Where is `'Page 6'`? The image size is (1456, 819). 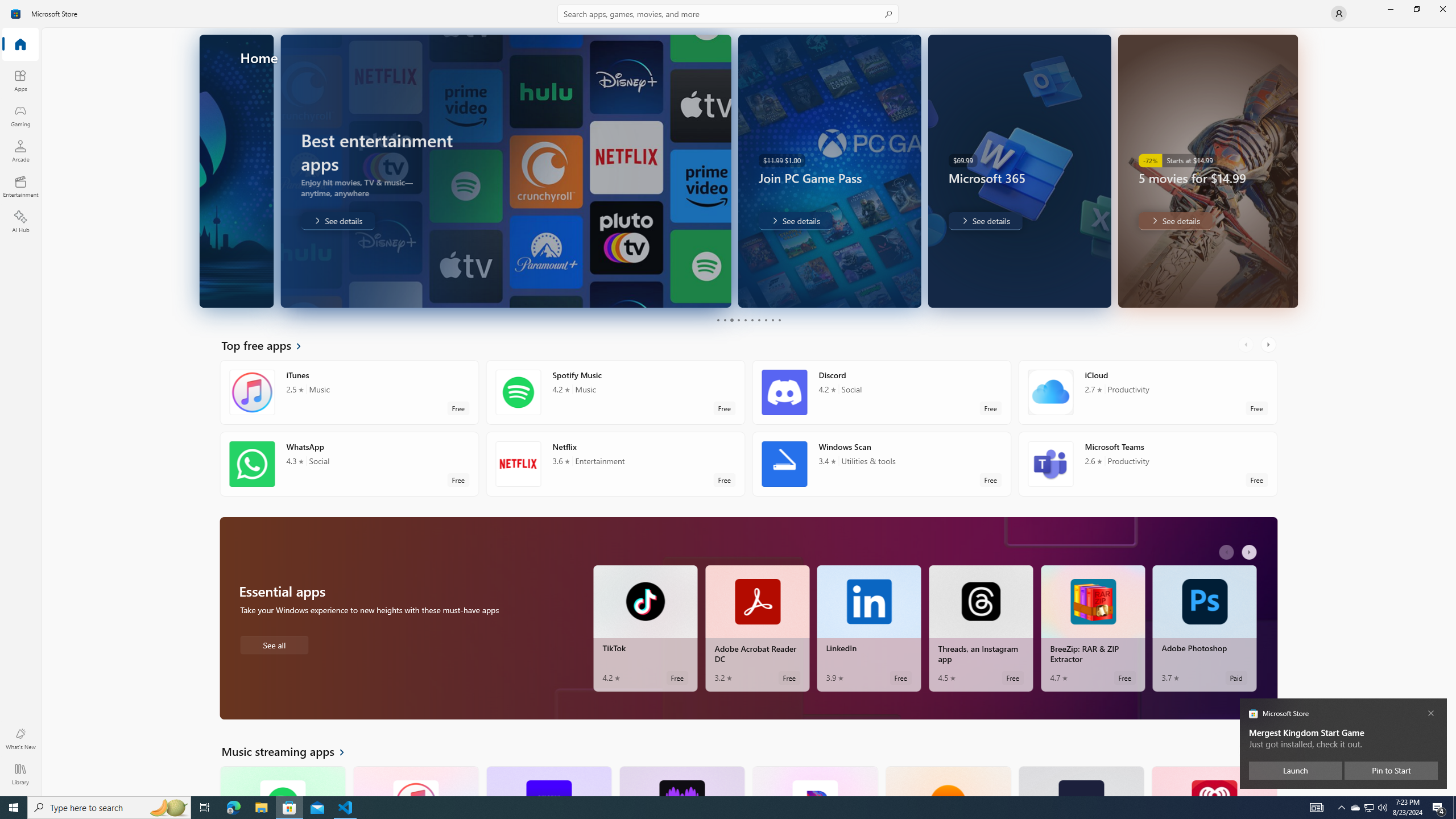 'Page 6' is located at coordinates (751, 320).